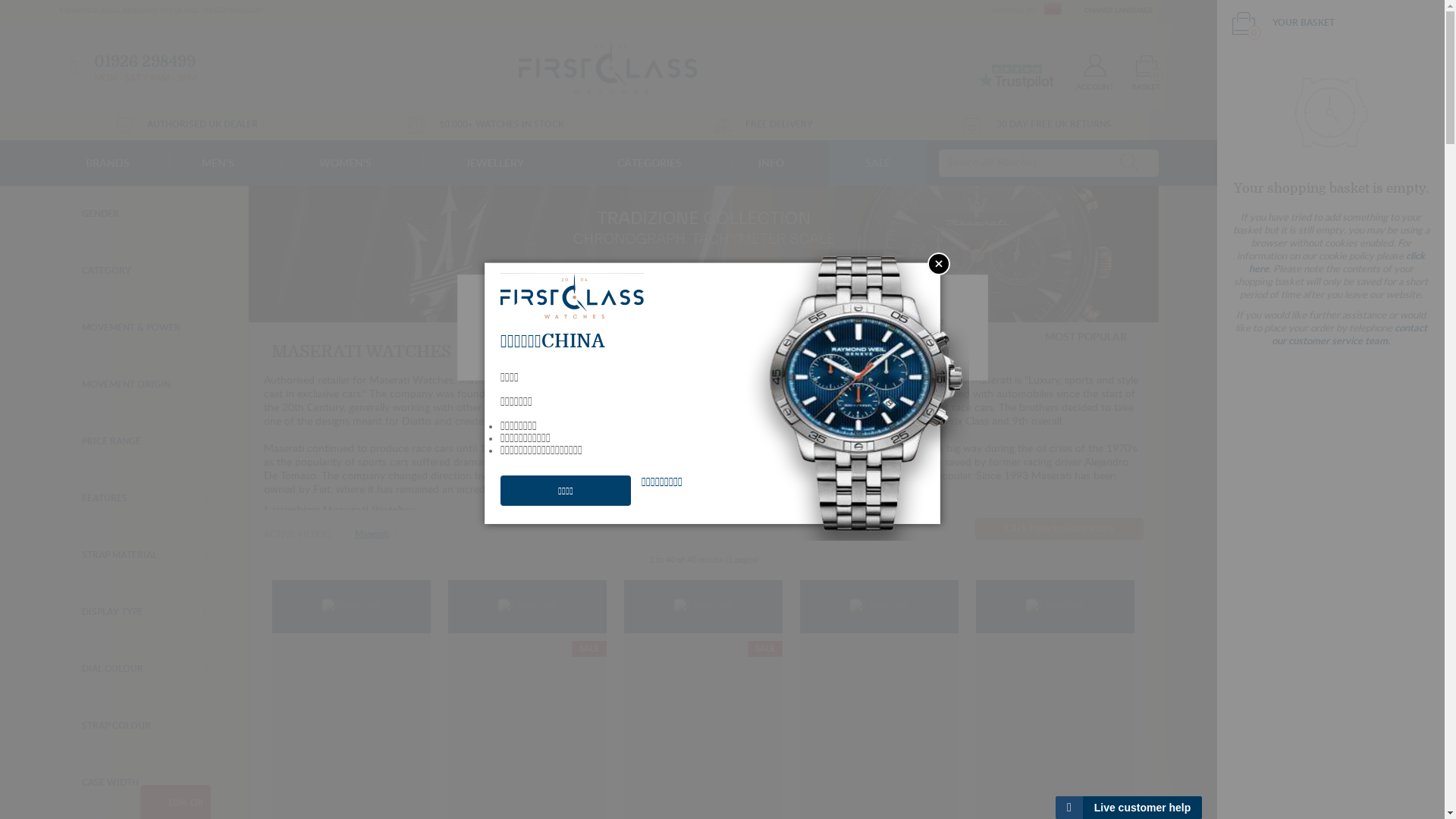  I want to click on 'Maserati', so click(375, 533).